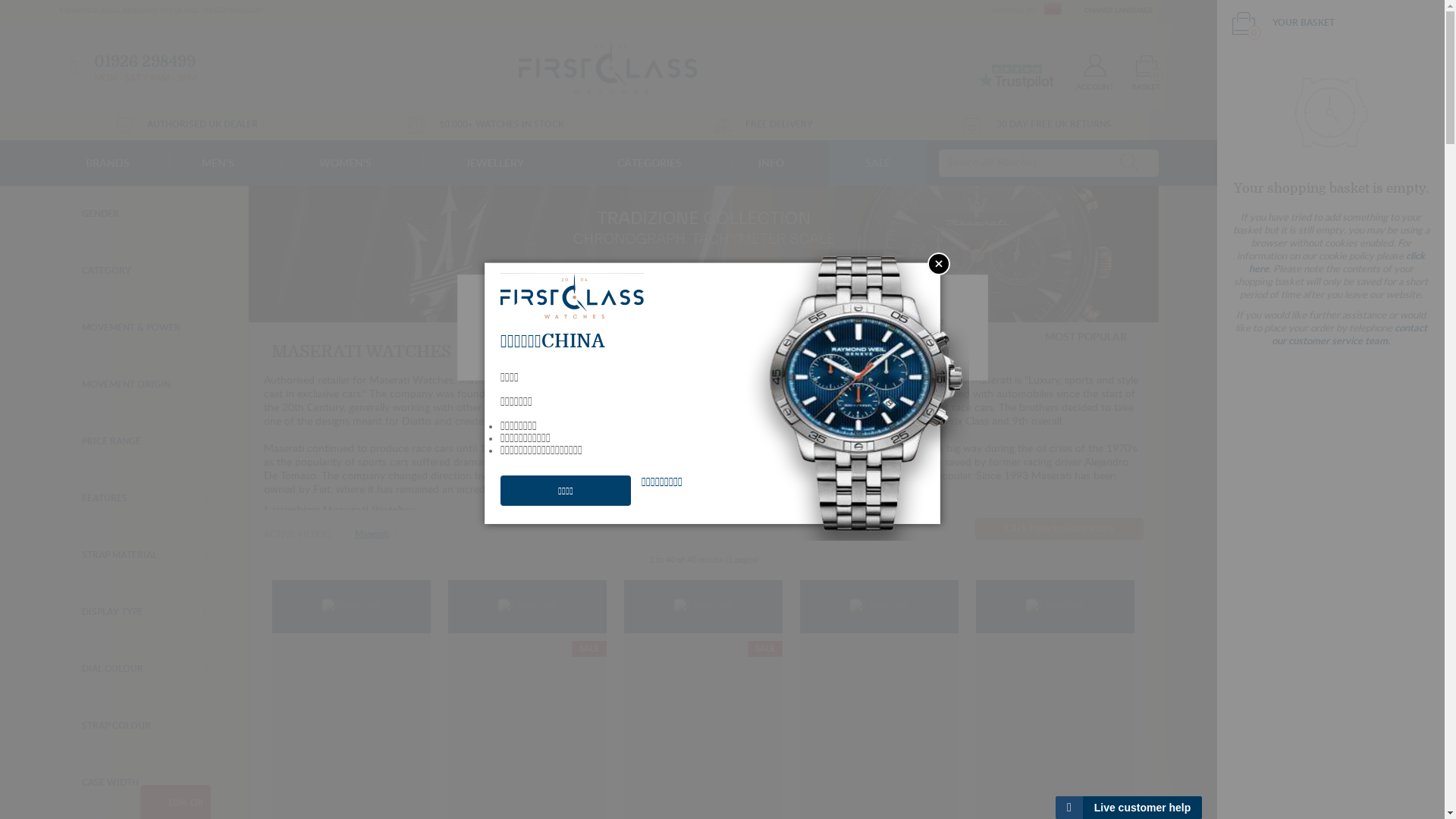  I want to click on 'Maserati', so click(375, 533).